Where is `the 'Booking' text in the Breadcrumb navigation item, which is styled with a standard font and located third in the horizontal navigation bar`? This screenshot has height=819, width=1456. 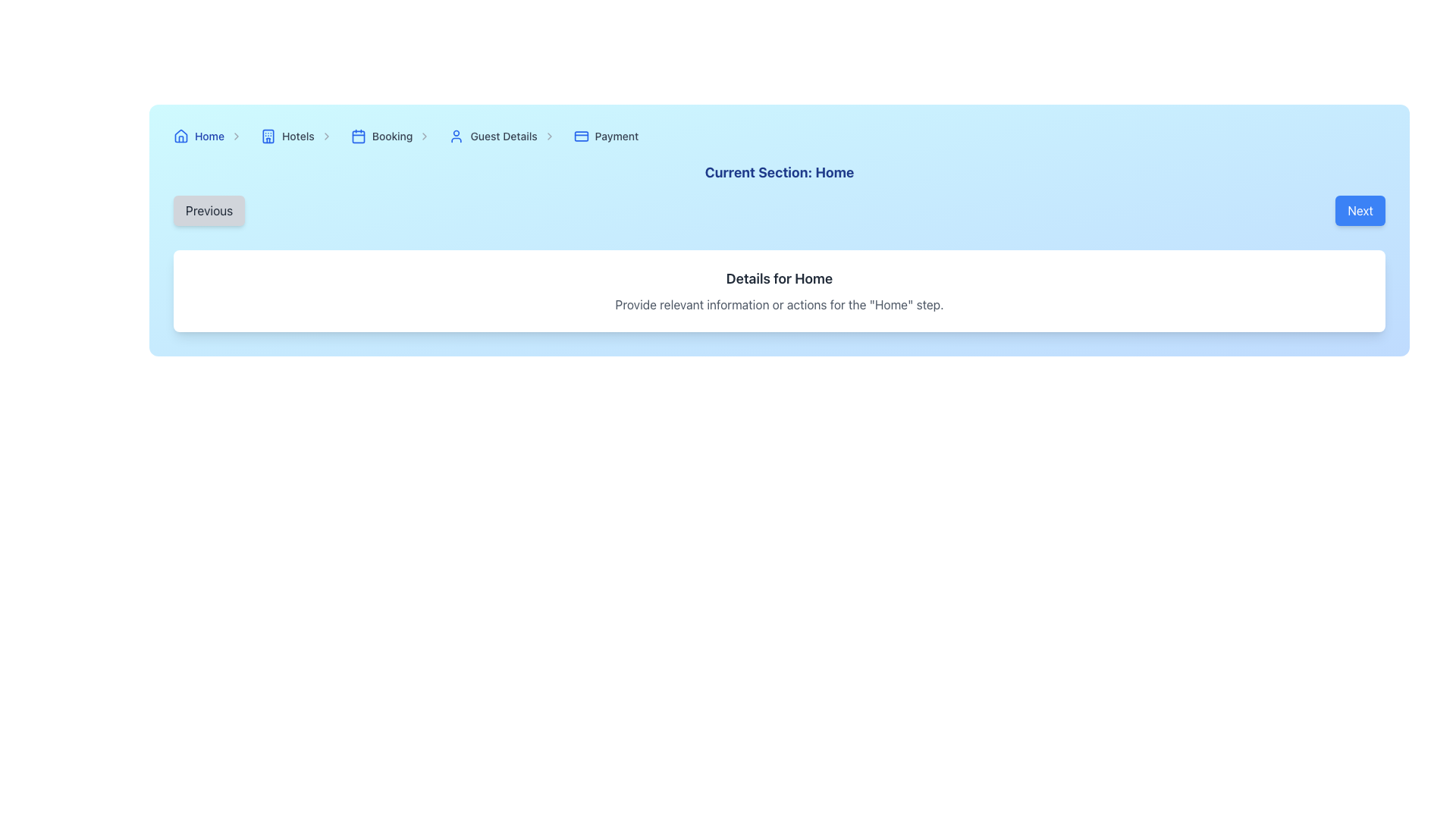
the 'Booking' text in the Breadcrumb navigation item, which is styled with a standard font and located third in the horizontal navigation bar is located at coordinates (394, 136).